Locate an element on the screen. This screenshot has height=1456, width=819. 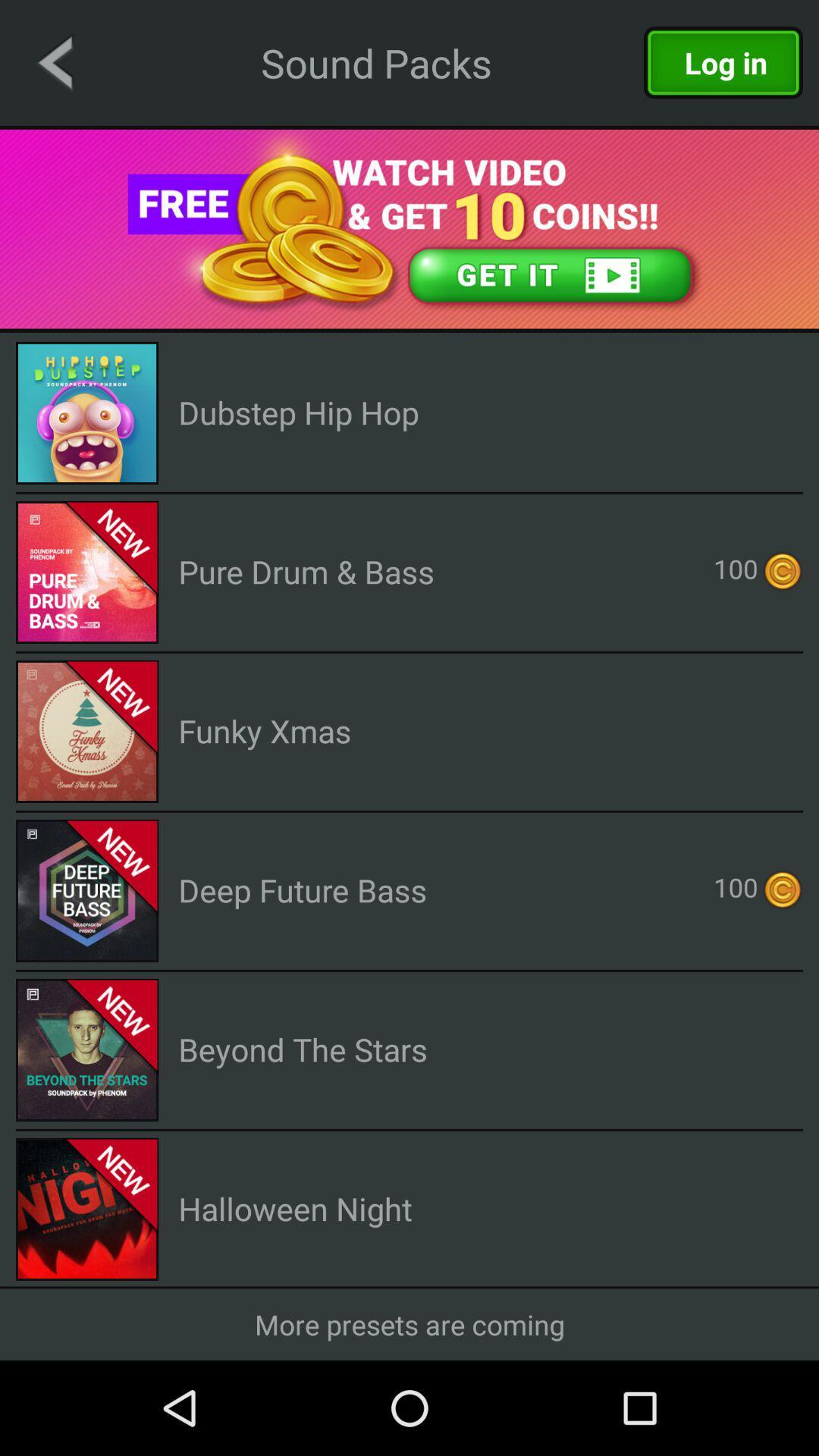
open advertisement is located at coordinates (409, 228).